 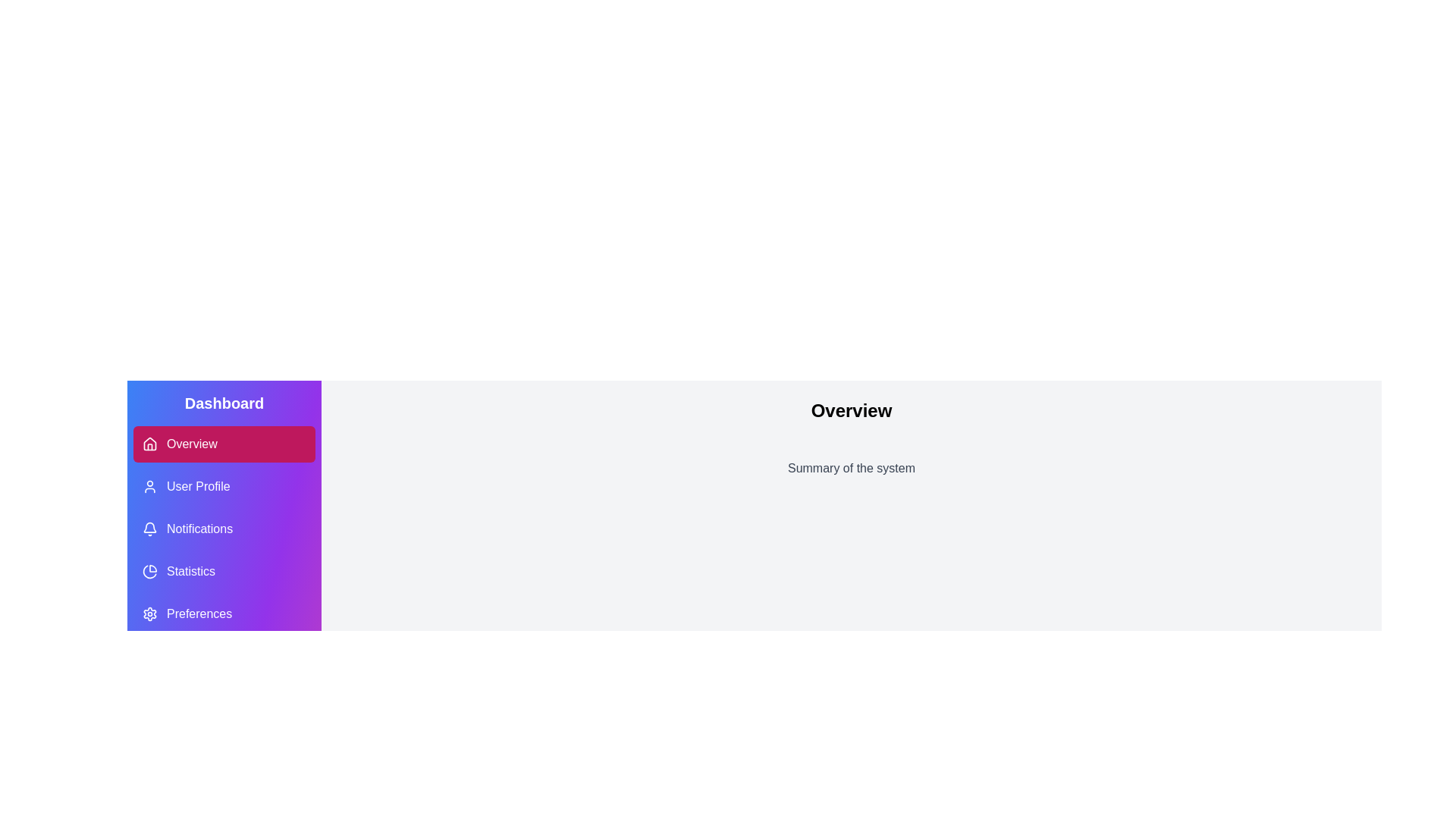 I want to click on the 'Notifications' menu item, which is the third item in the vertical menu under 'Dashboard' with a vibrant purple gradient background, so click(x=224, y=529).